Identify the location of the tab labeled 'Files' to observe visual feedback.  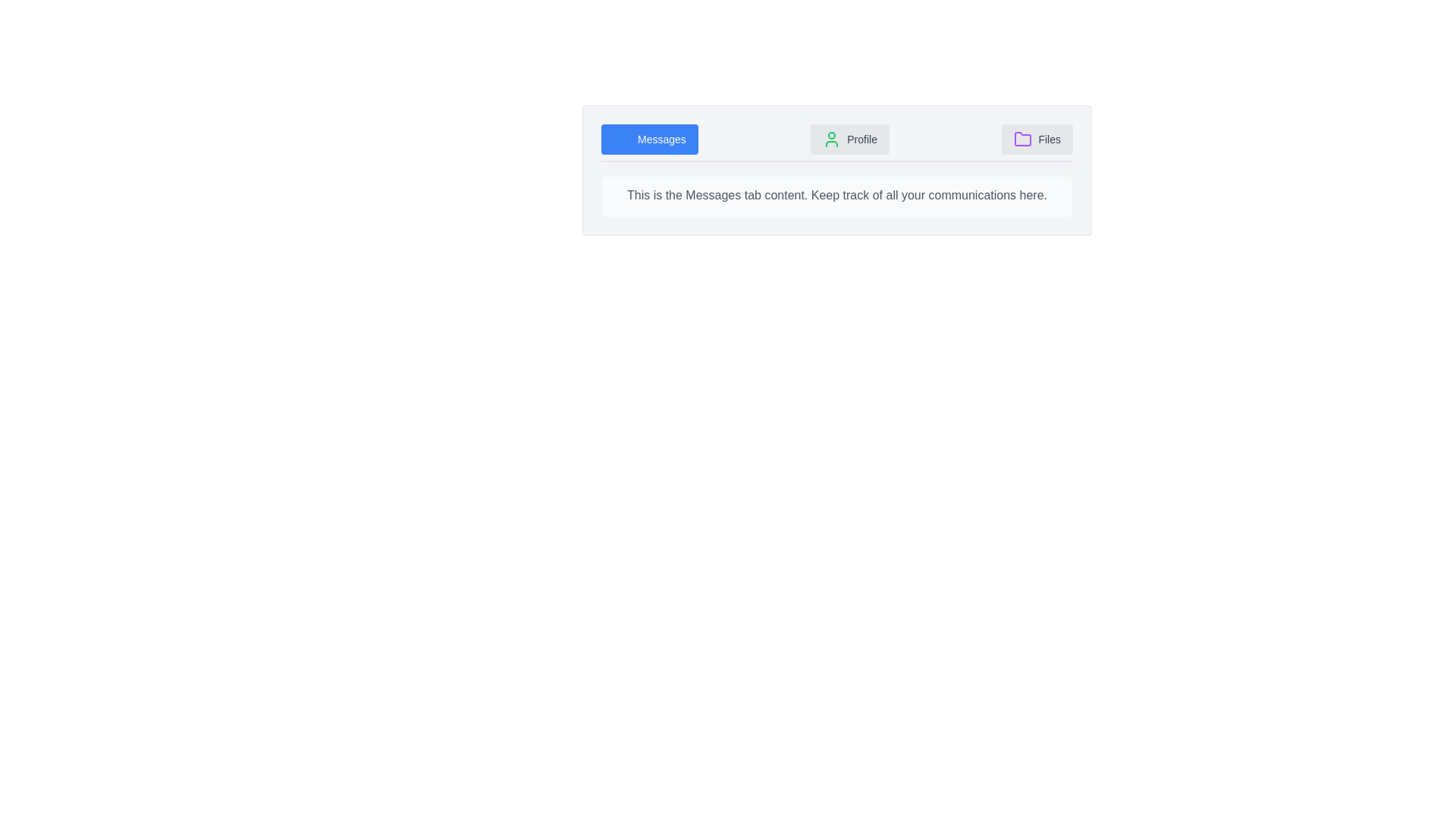
(1037, 140).